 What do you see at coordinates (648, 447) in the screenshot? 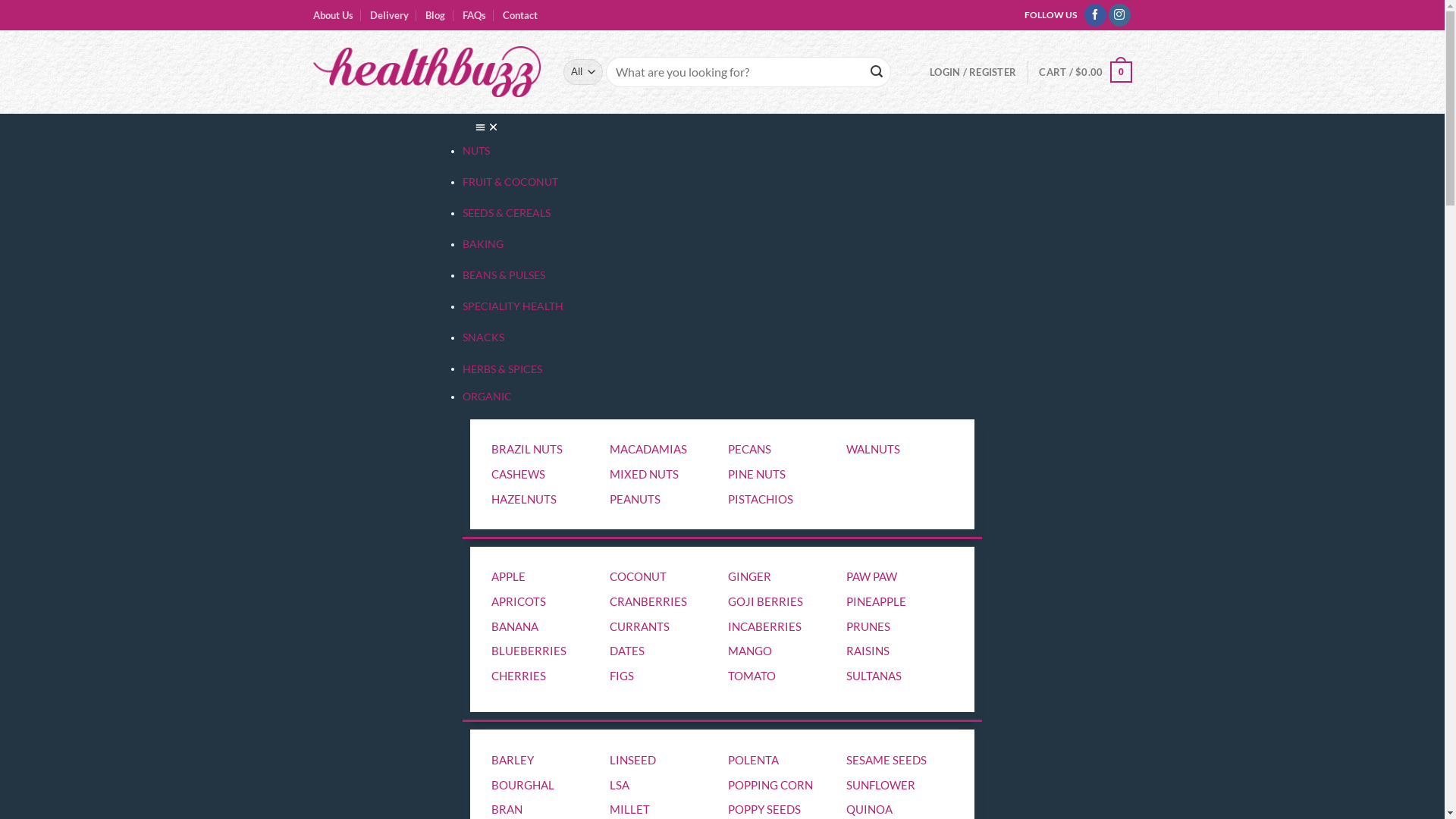
I see `'MACADAMIAS'` at bounding box center [648, 447].